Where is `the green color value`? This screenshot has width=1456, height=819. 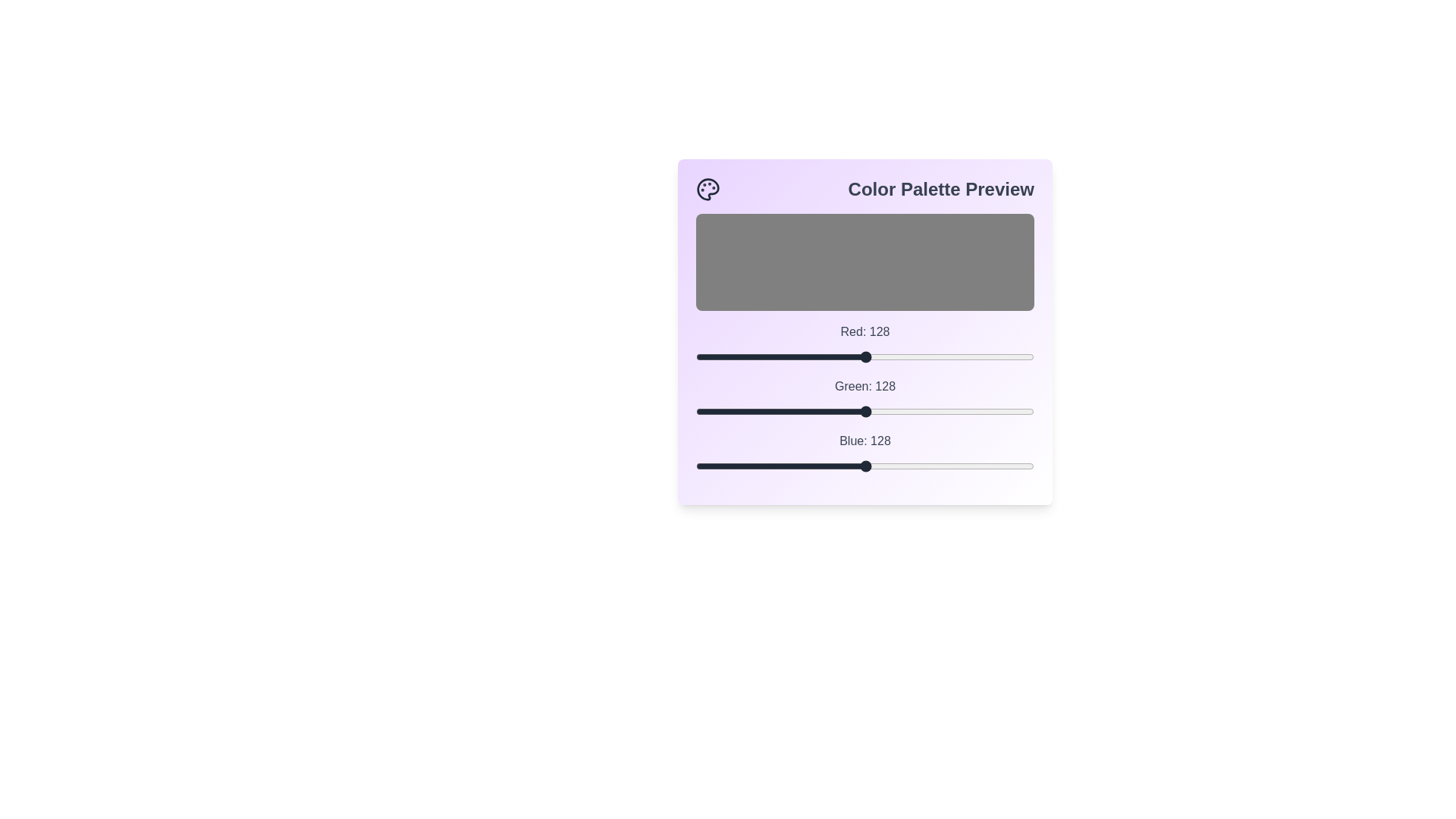
the green color value is located at coordinates (816, 412).